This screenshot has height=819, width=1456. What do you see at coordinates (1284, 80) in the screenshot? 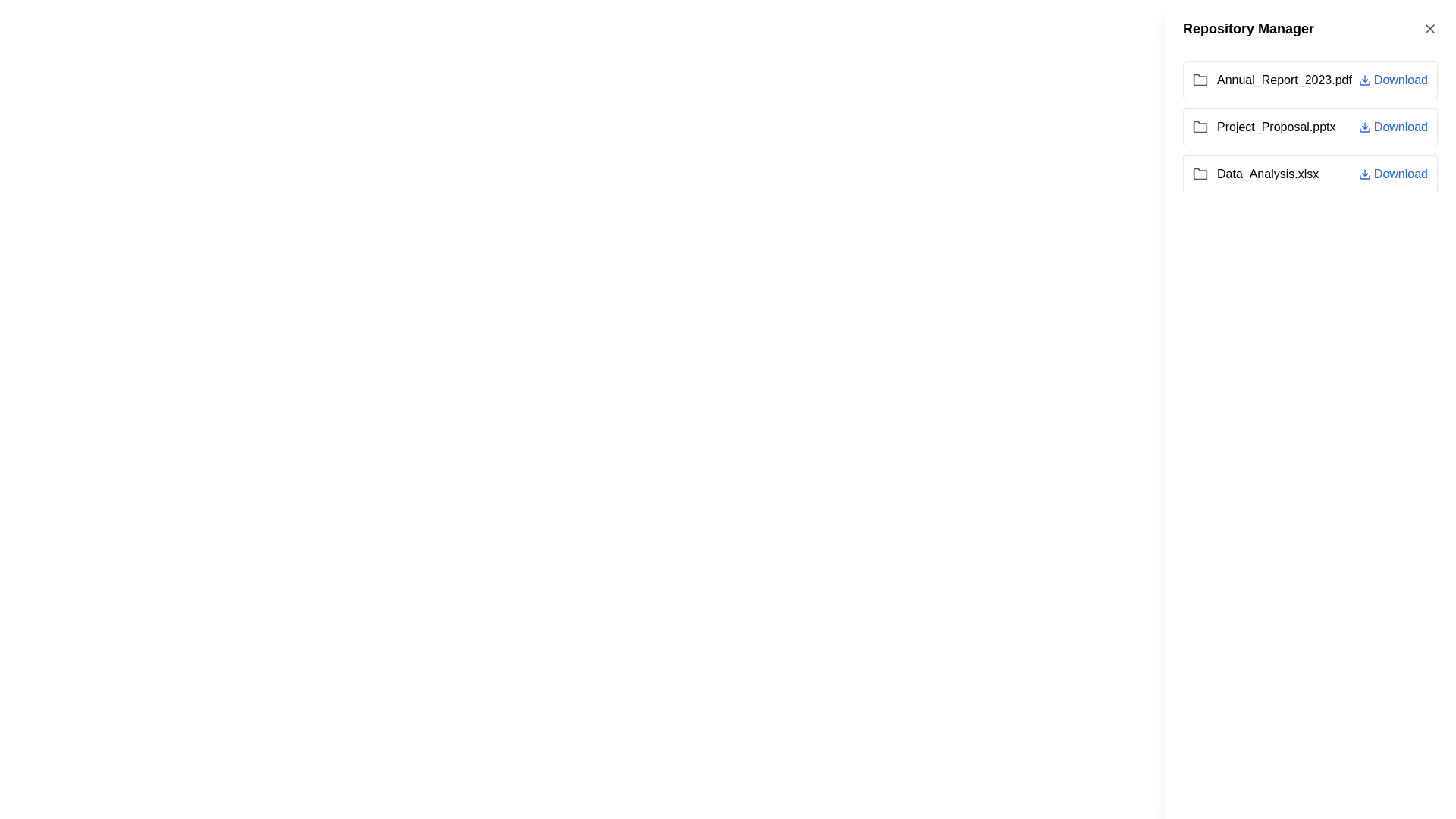
I see `the text label displaying the file name 'Annual_Report_2023.pdf', which is the first file listed in the repository manager interface, located to the right of a folder icon` at bounding box center [1284, 80].